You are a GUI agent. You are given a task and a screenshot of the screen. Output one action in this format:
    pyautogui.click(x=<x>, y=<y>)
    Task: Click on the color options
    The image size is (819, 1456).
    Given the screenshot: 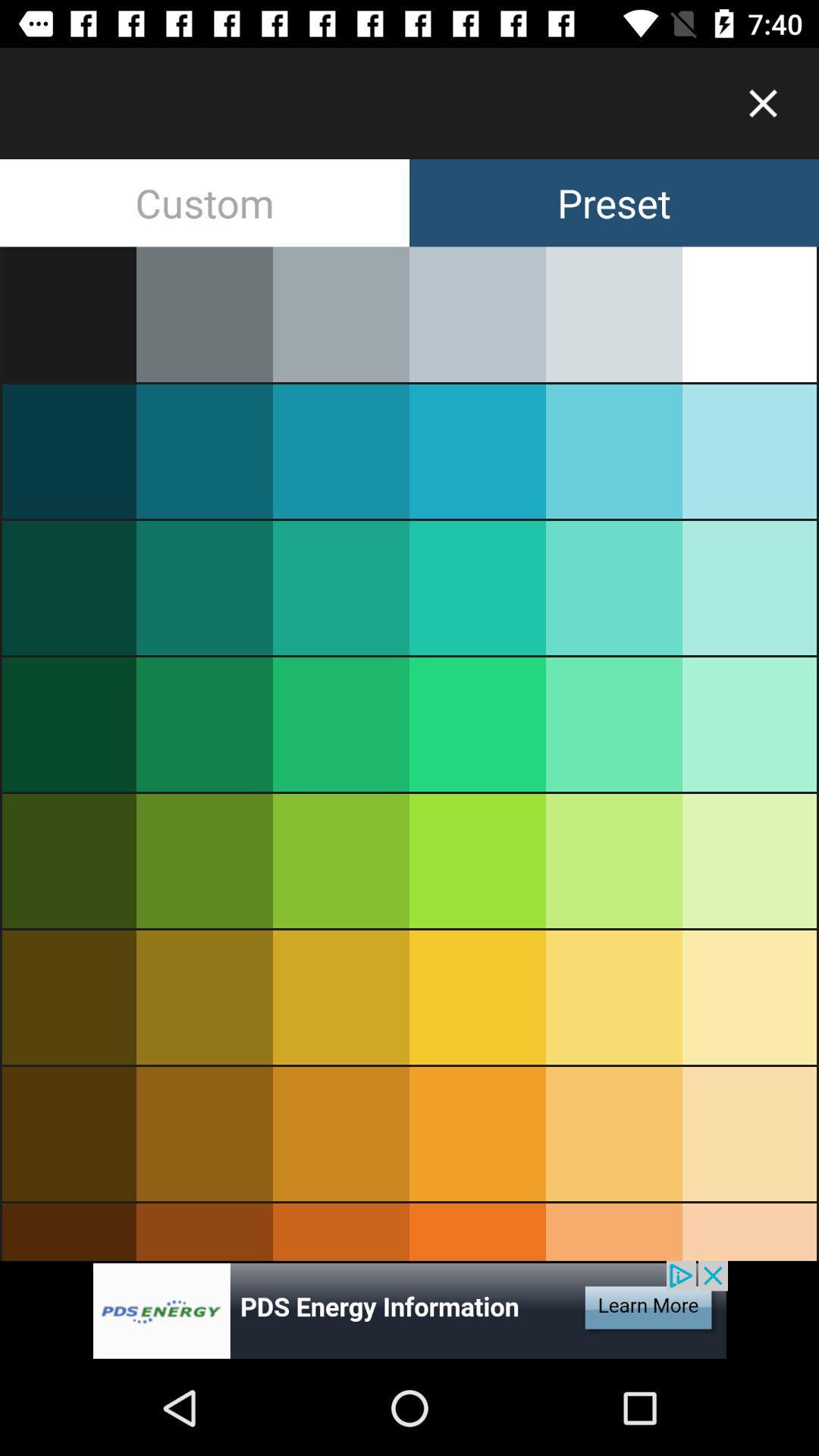 What is the action you would take?
    pyautogui.click(x=763, y=102)
    